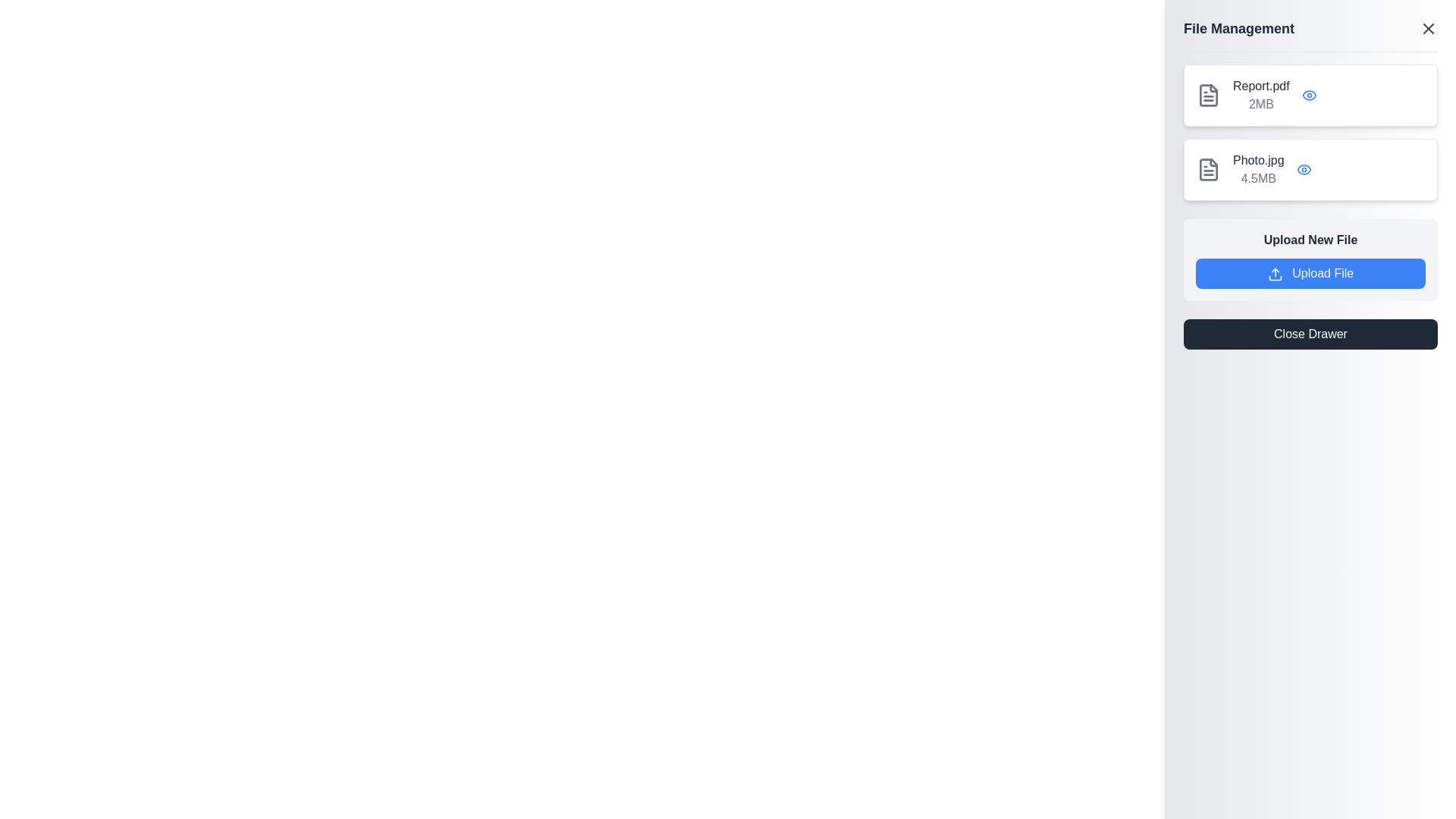 This screenshot has width=1456, height=819. I want to click on the text label reading 'Report.pdf' in the 'File Management' section, which is the first entry in the list, so click(1261, 86).